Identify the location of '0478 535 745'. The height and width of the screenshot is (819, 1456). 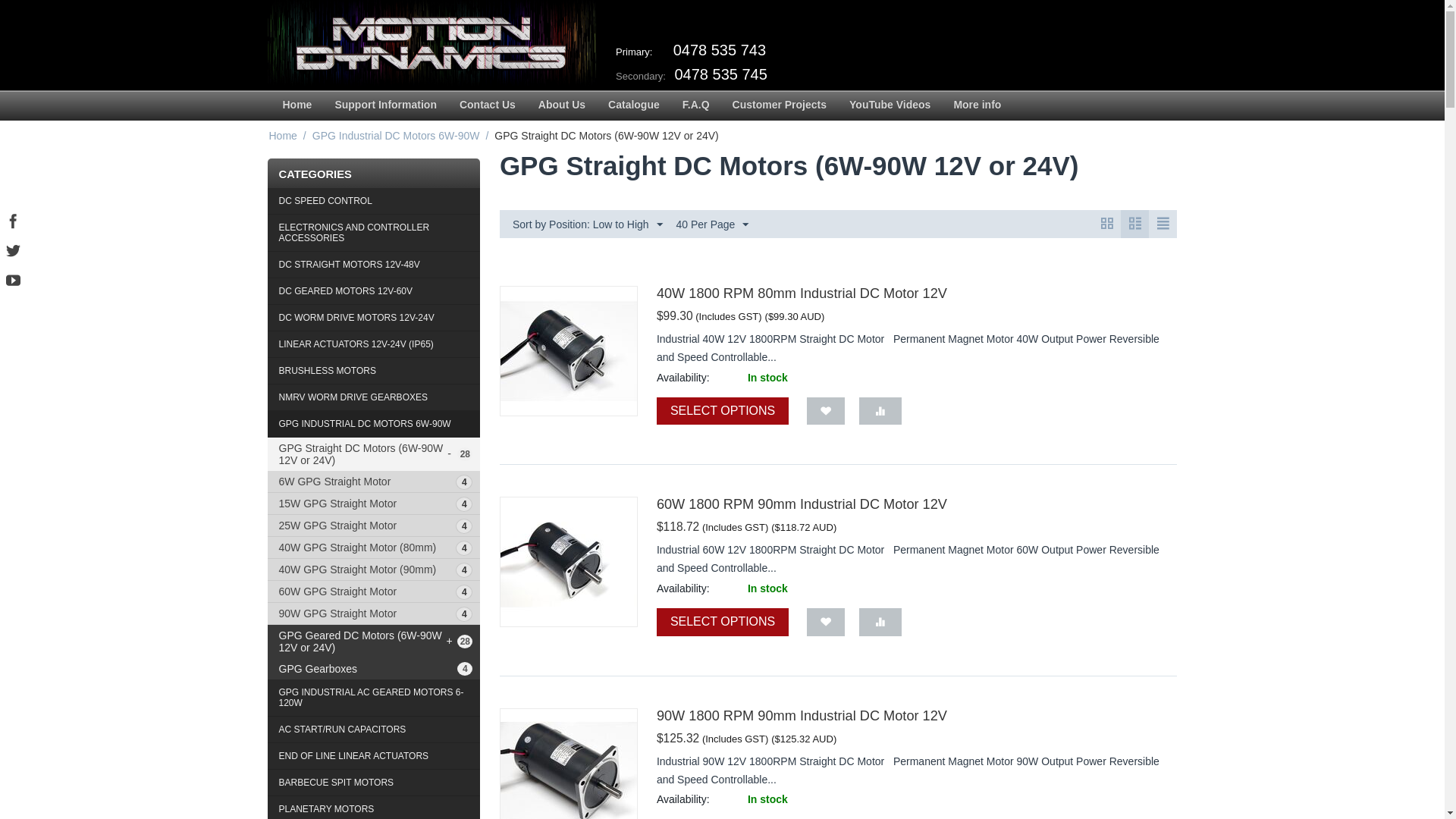
(720, 74).